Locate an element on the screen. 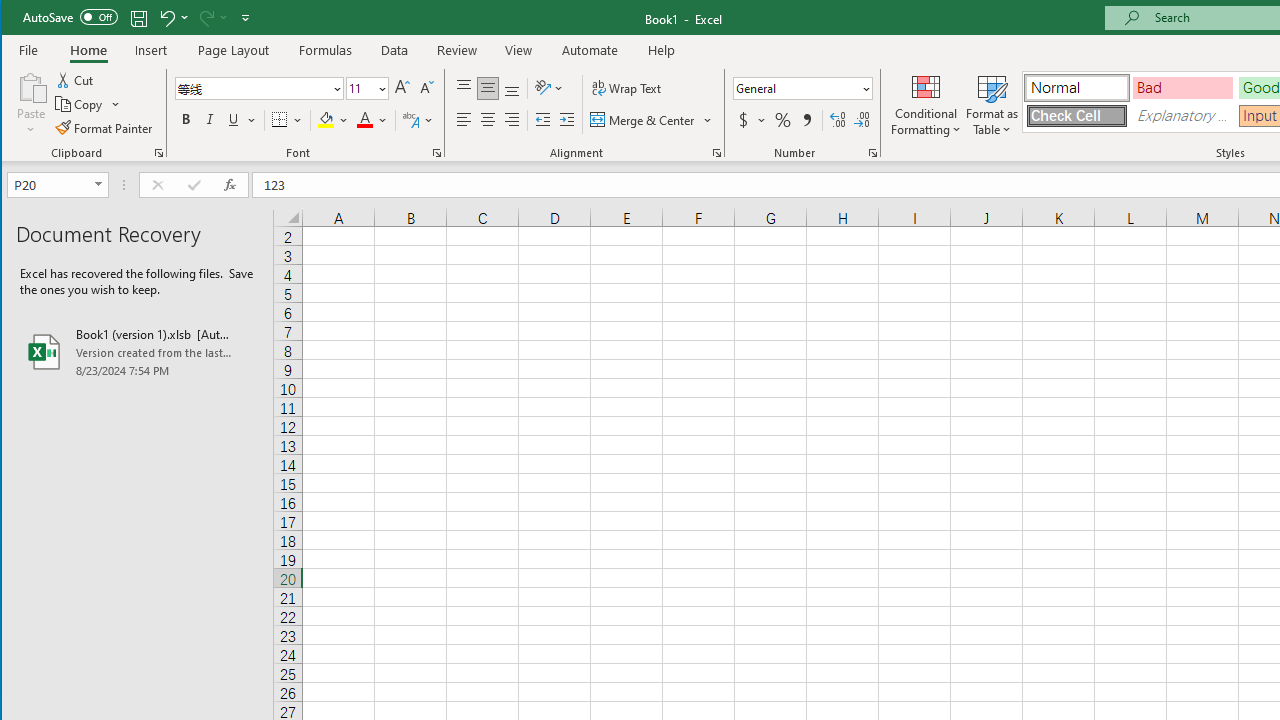 The image size is (1280, 720). 'Align Left' is located at coordinates (463, 120).